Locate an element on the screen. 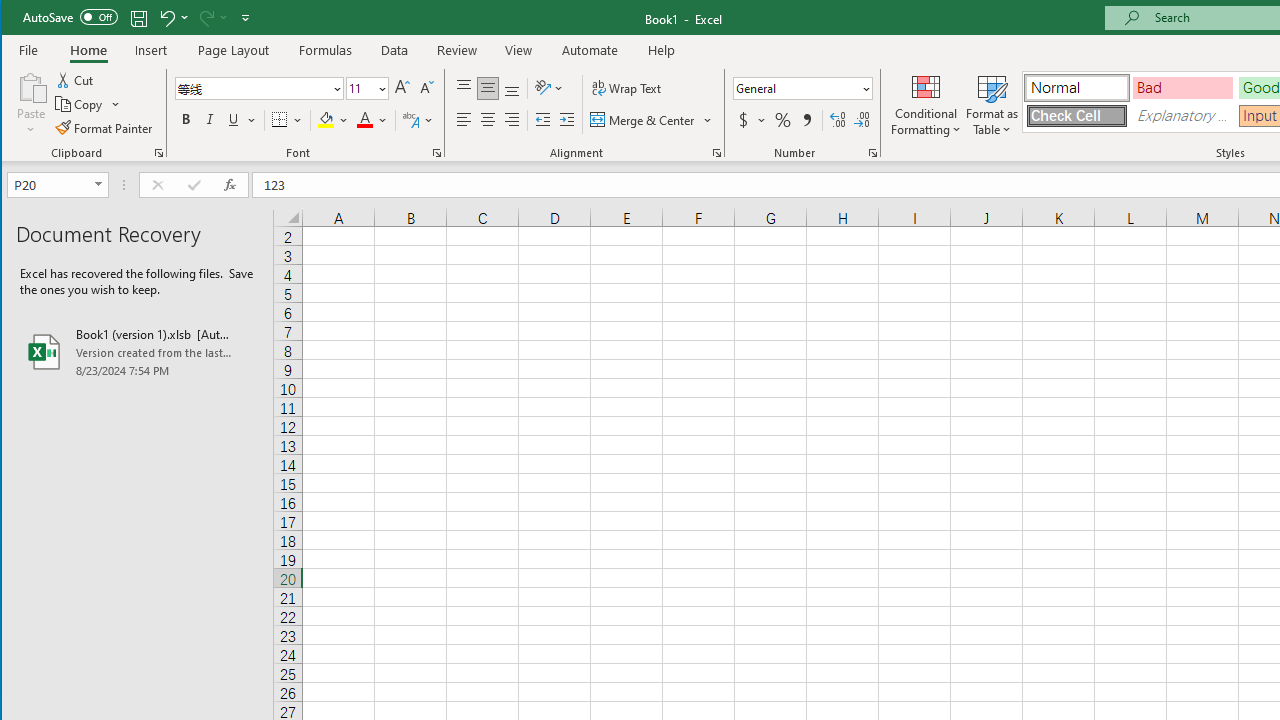 The image size is (1280, 720). 'Align Left' is located at coordinates (463, 120).